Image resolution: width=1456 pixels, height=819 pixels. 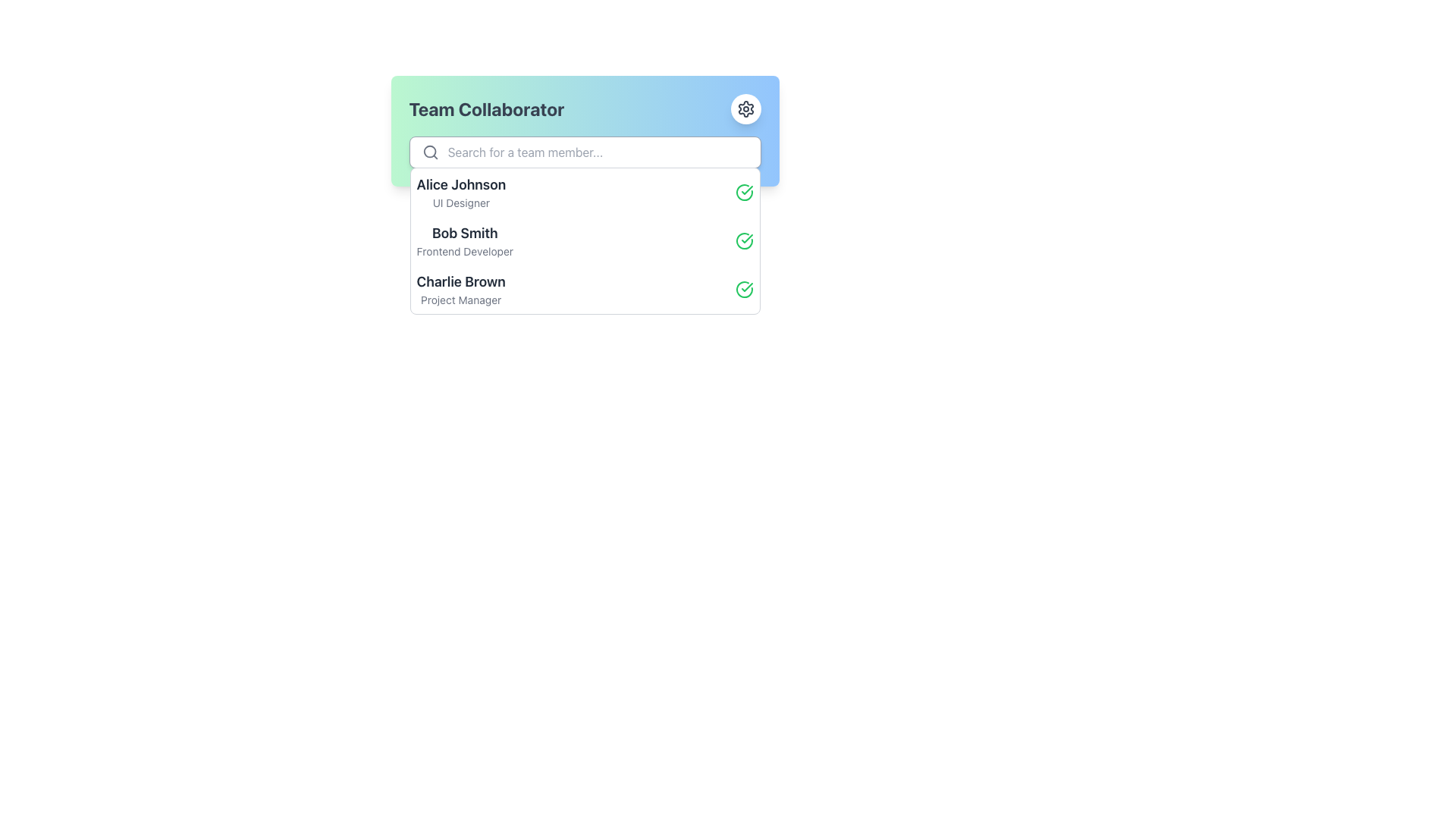 I want to click on the Text Display element that shows 'Bob Smith' and 'Frontend Developer', located in the second position under the 'Team Collaborator' list, so click(x=464, y=240).